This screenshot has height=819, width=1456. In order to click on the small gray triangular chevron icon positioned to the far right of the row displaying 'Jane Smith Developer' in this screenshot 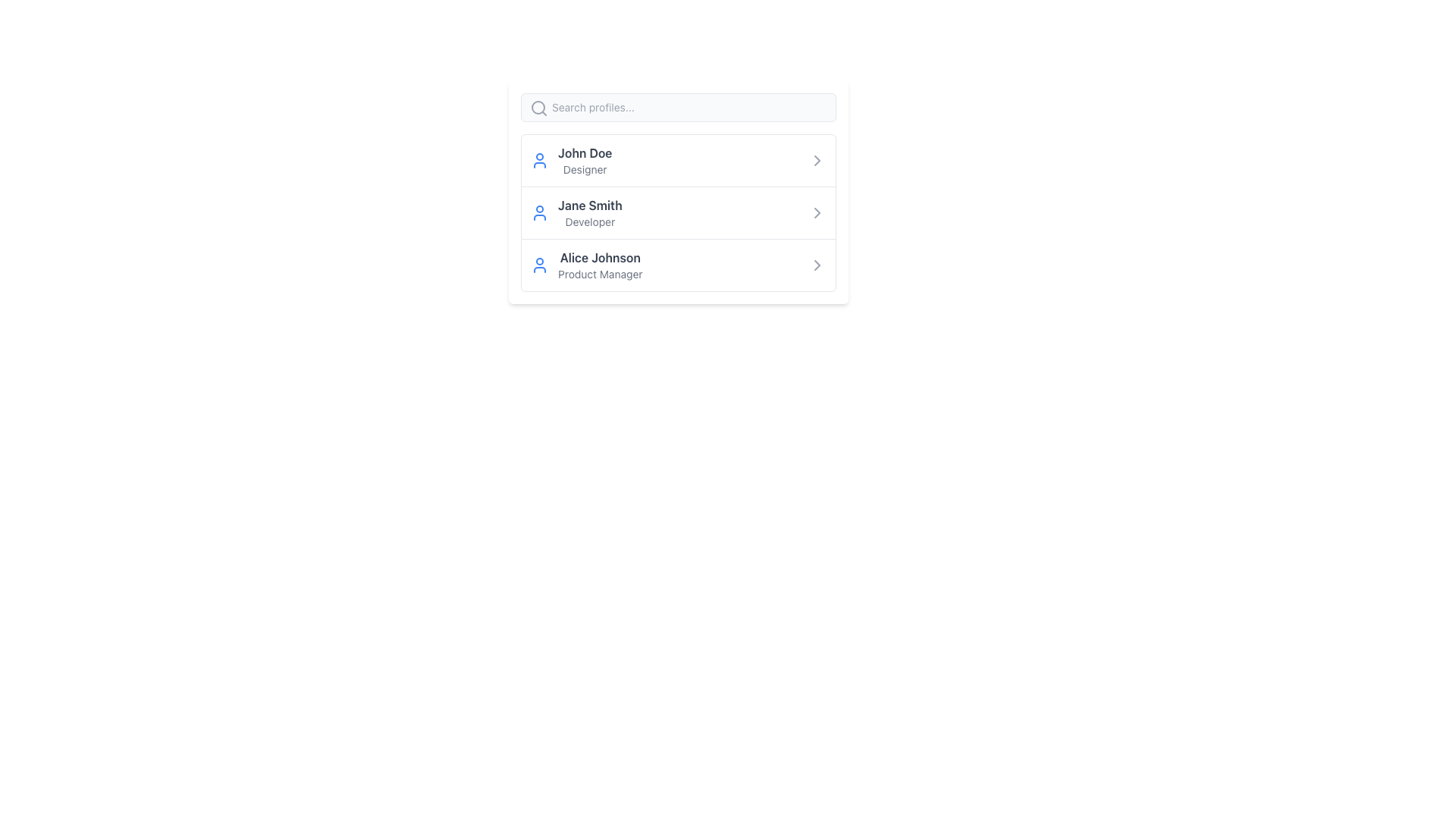, I will do `click(817, 213)`.